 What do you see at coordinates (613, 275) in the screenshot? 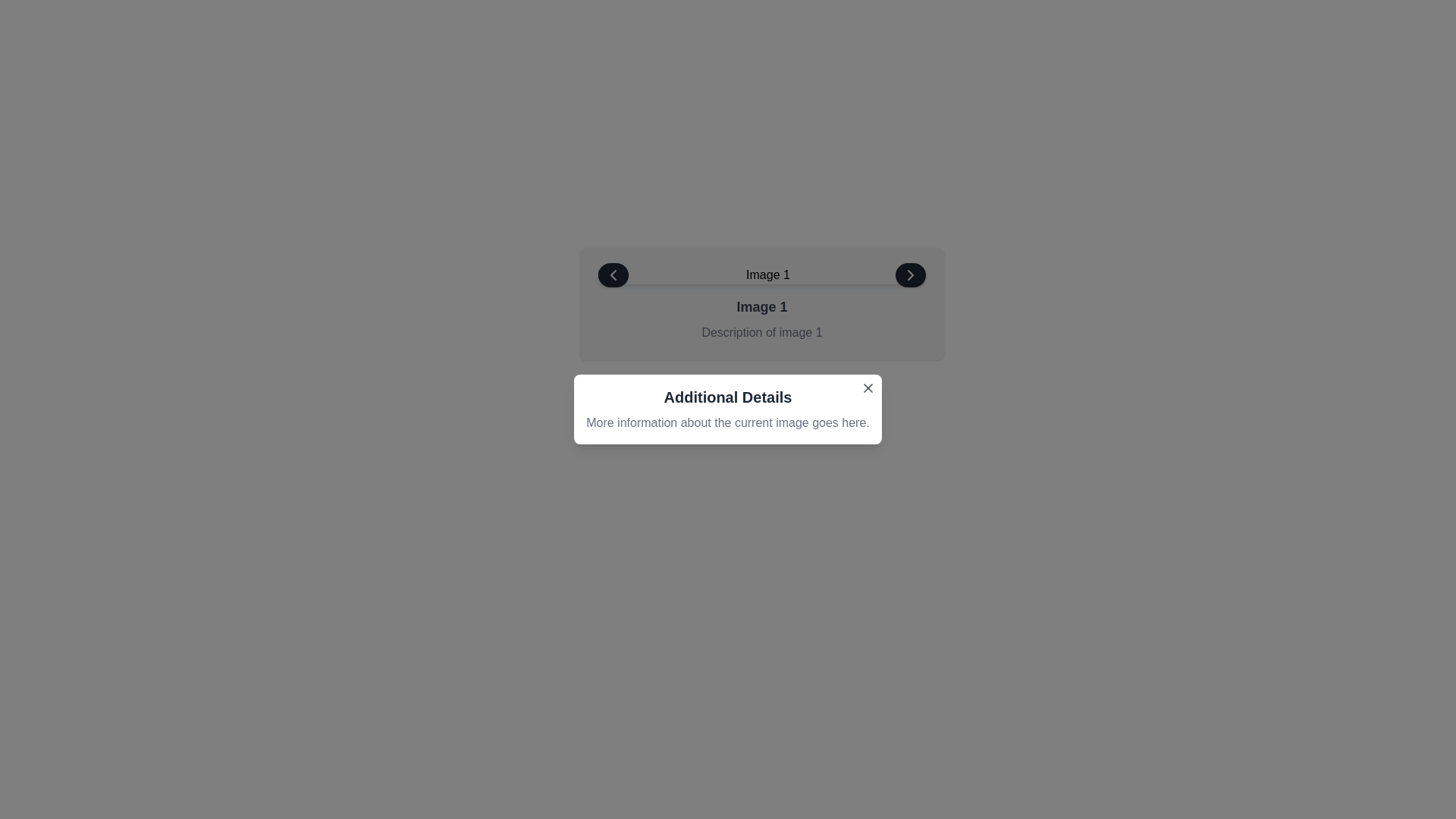
I see `the left chevron icon in the navigation panel at the top of the interface to potentially highlight or show tooltips` at bounding box center [613, 275].